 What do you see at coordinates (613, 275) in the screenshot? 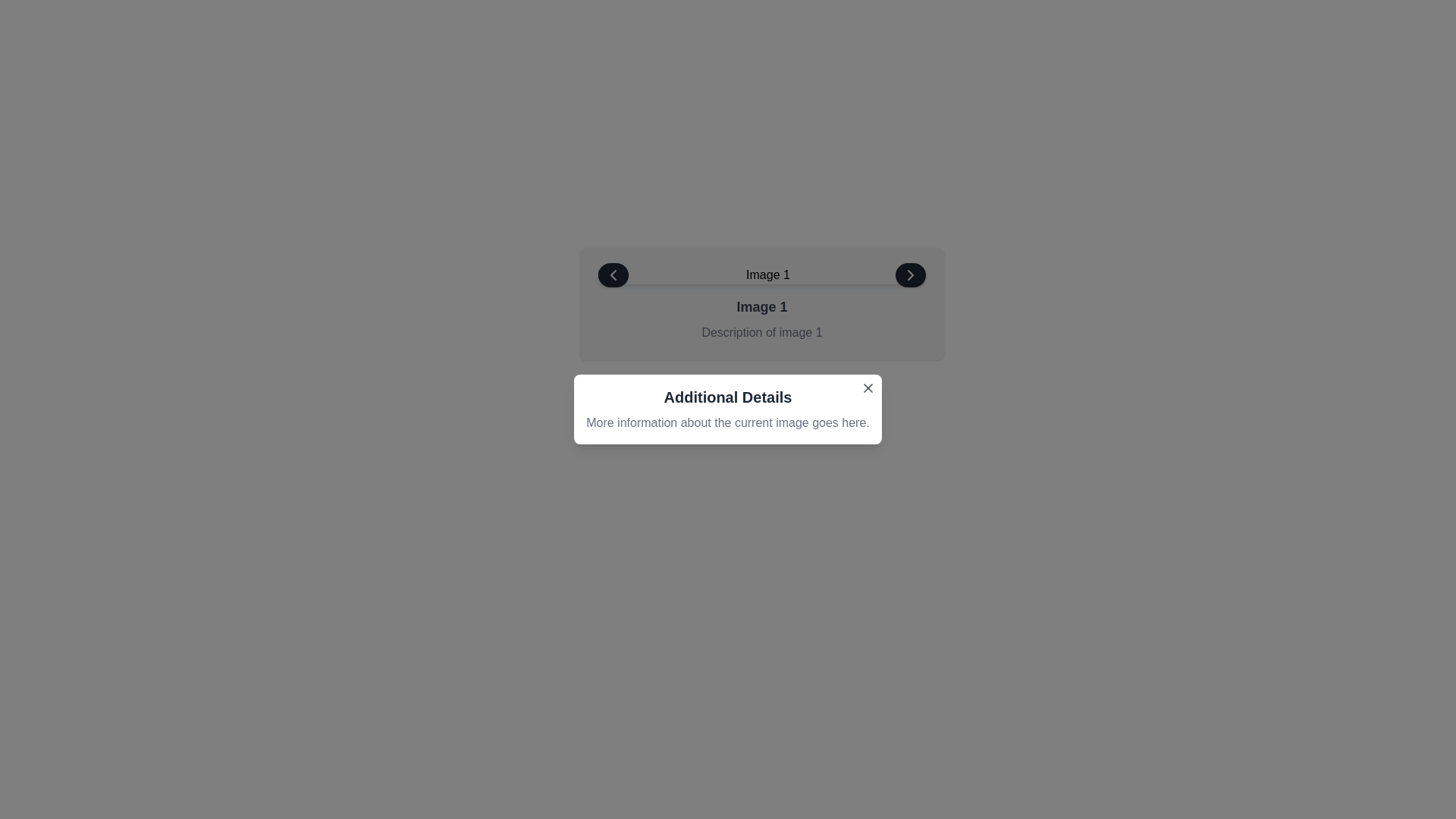
I see `the left chevron icon in the navigation panel at the top of the interface to potentially highlight or show tooltips` at bounding box center [613, 275].